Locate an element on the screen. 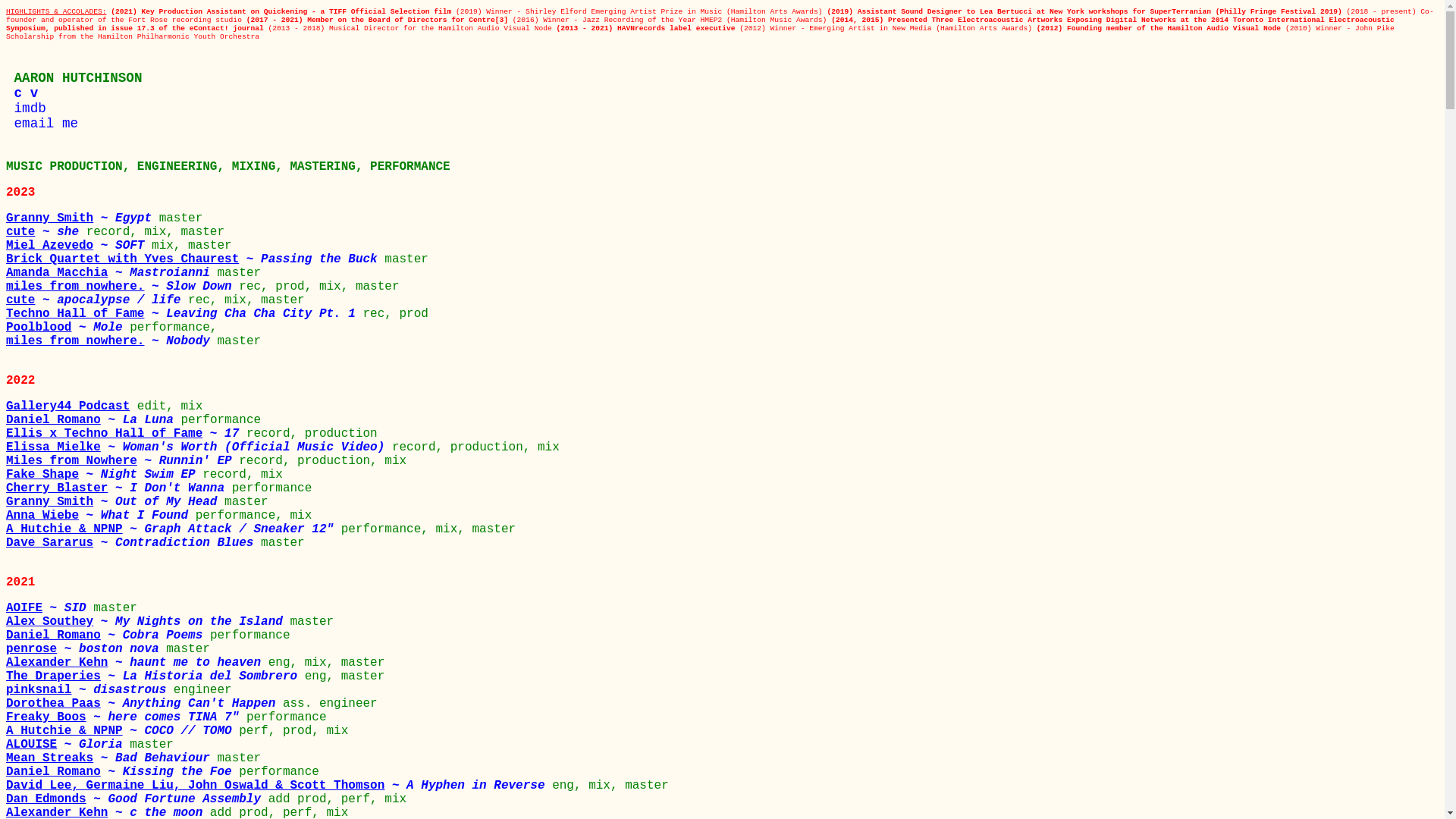 The height and width of the screenshot is (819, 1456). 'Fake Shape ~ Night Swim EP' is located at coordinates (103, 473).